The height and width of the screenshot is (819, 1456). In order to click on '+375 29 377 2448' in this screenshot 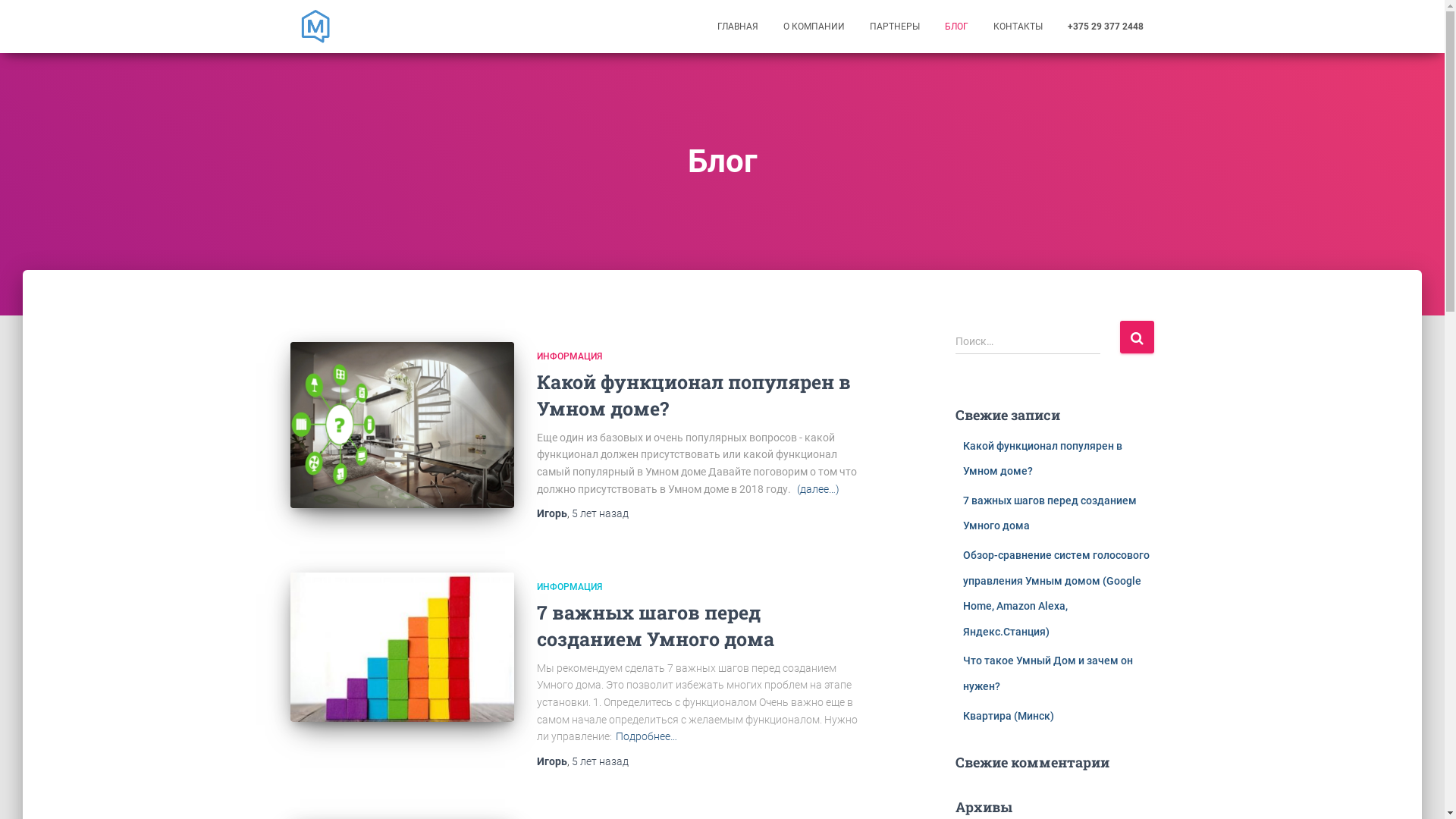, I will do `click(1105, 26)`.